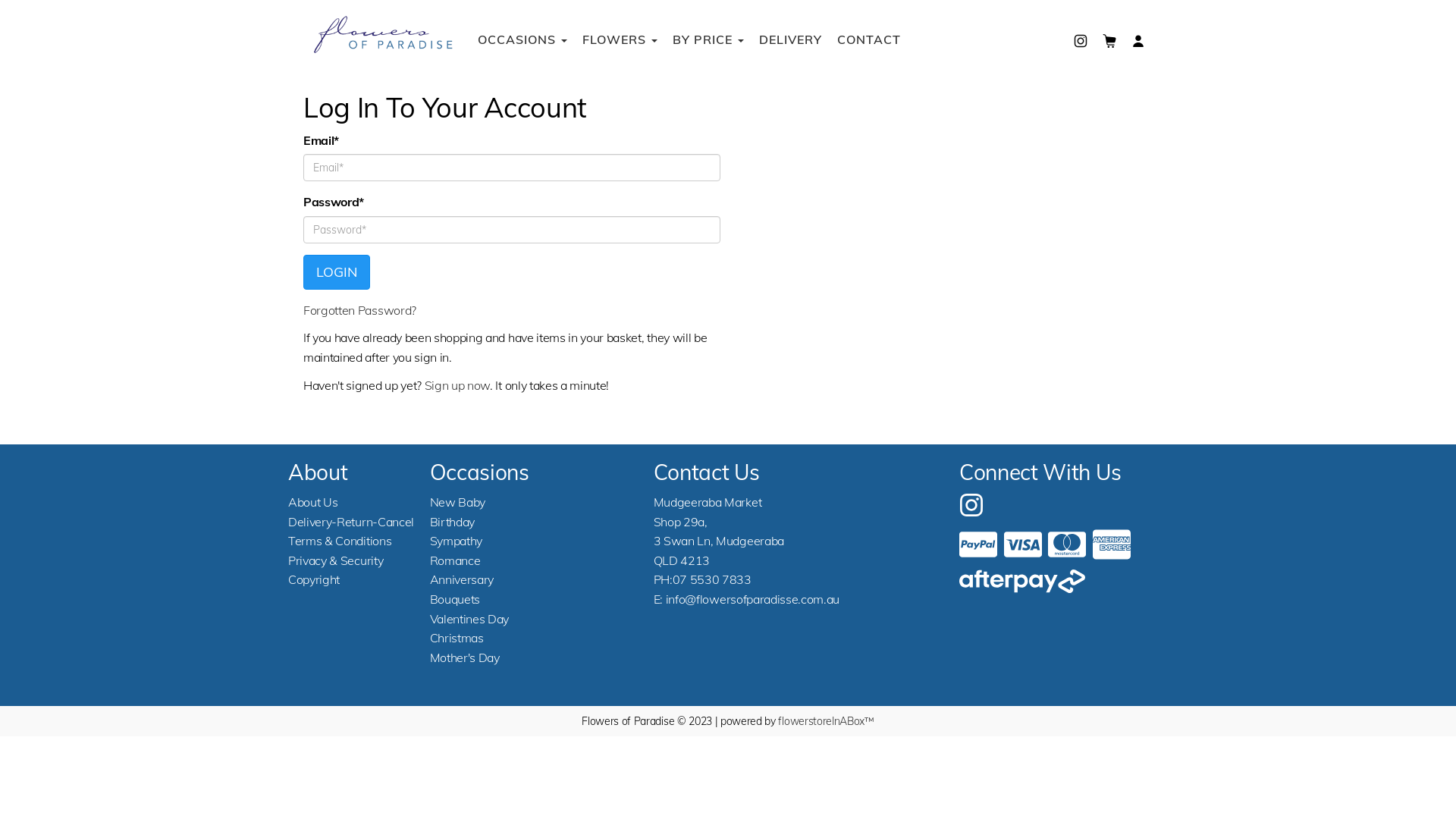  Describe the element at coordinates (312, 502) in the screenshot. I see `'About Us'` at that location.